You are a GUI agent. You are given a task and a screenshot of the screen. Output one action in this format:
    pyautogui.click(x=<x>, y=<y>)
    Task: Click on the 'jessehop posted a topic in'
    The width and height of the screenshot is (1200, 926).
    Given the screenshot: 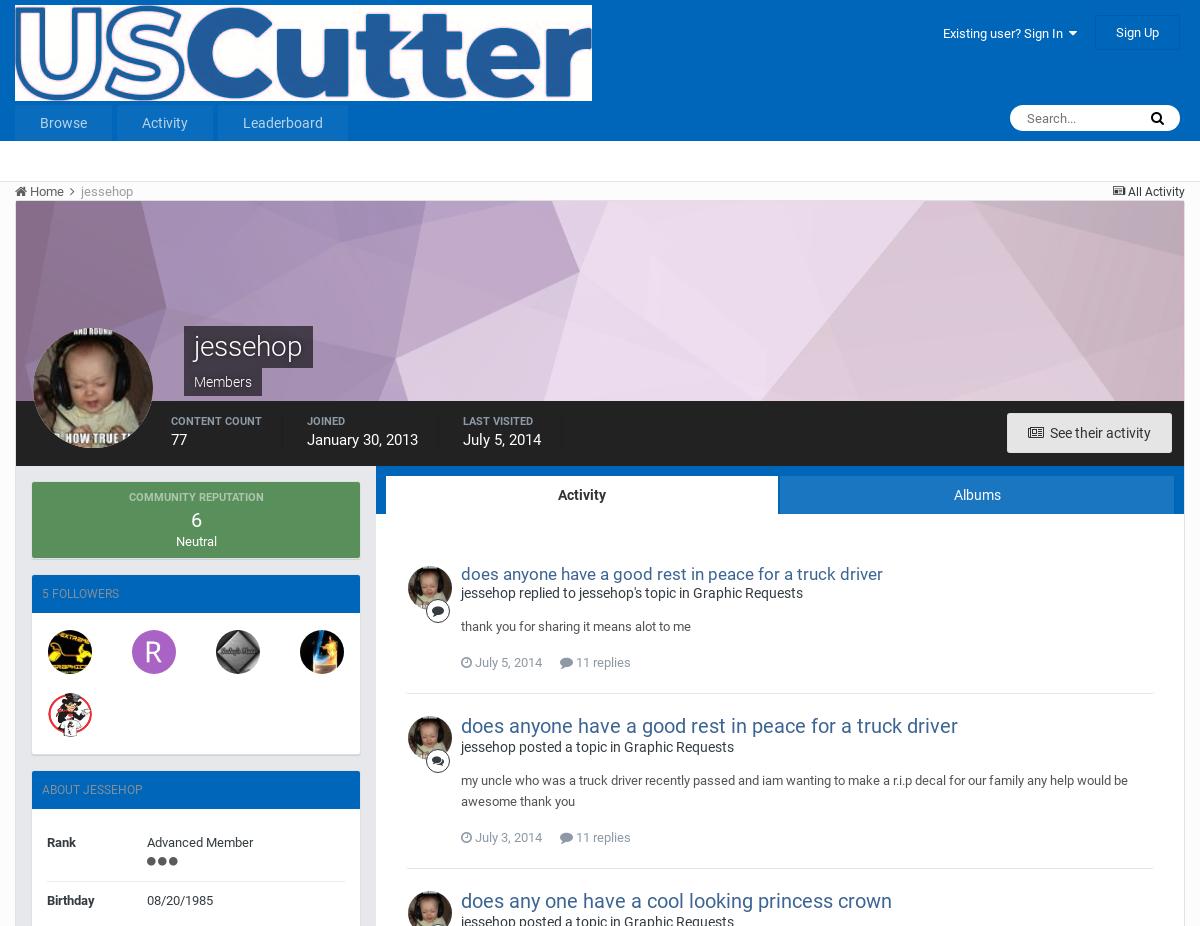 What is the action you would take?
    pyautogui.click(x=541, y=747)
    